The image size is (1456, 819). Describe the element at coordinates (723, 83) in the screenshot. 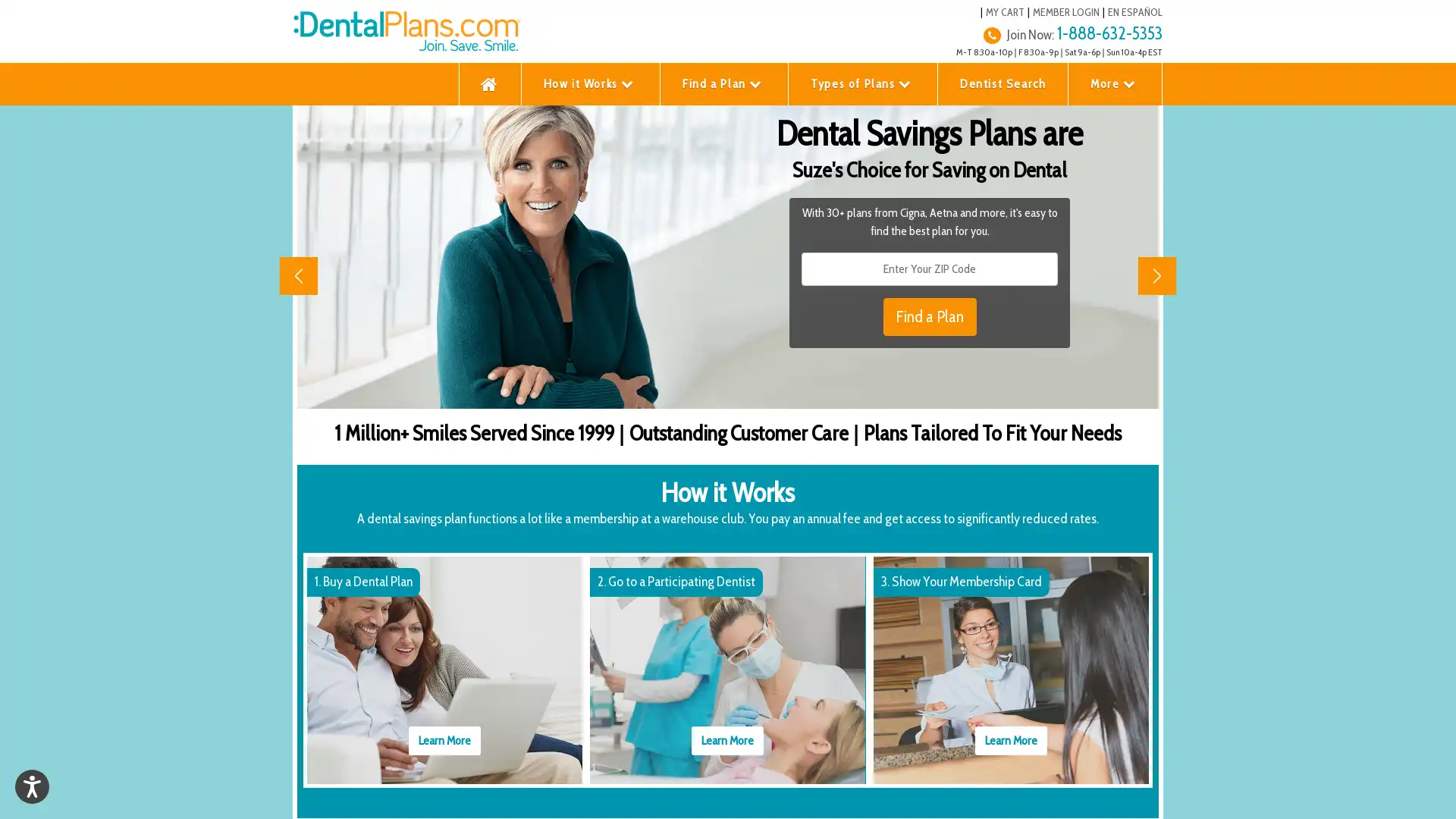

I see `Find a Plan` at that location.